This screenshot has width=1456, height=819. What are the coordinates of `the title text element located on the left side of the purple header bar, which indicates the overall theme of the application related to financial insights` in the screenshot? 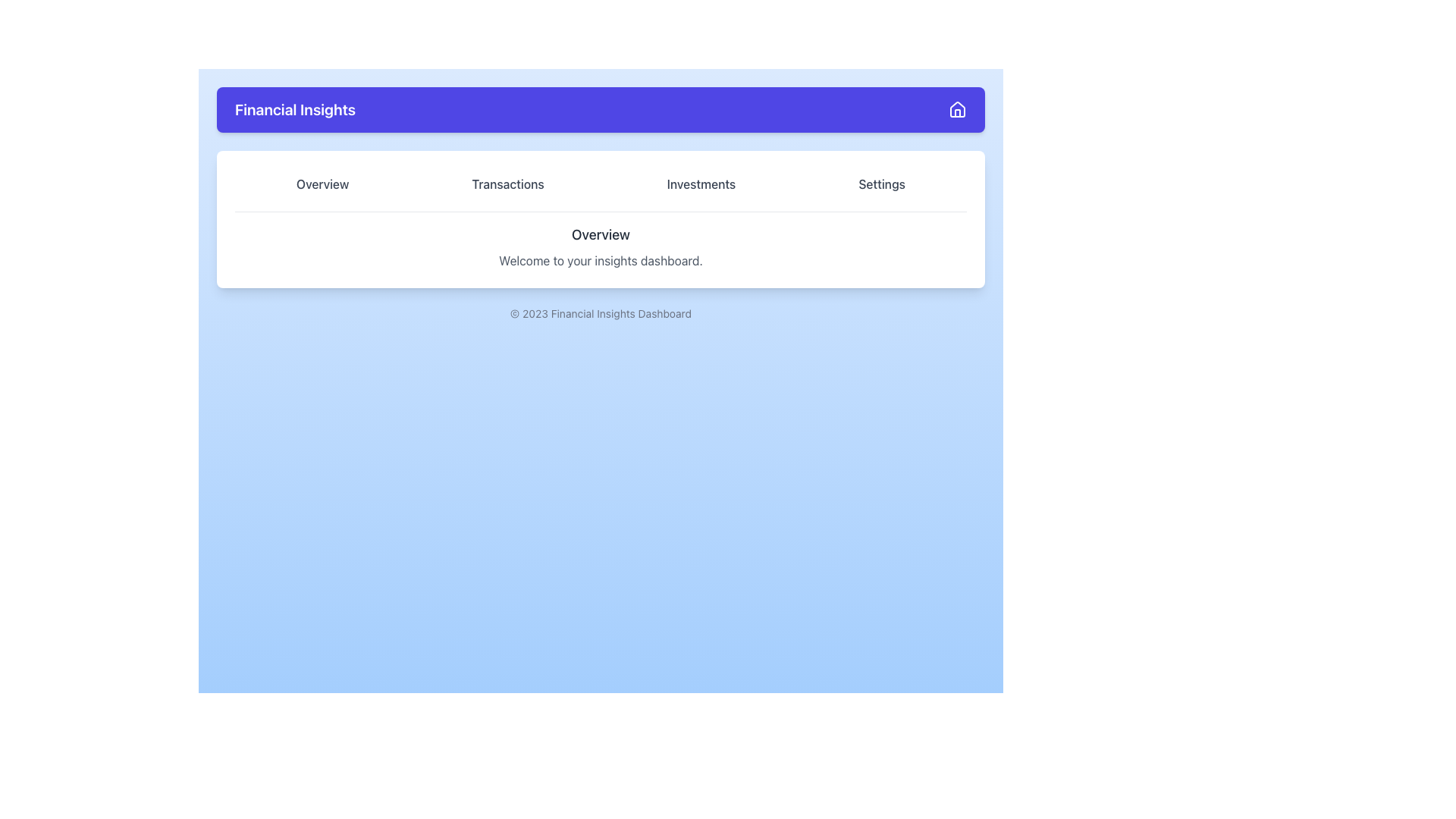 It's located at (295, 109).